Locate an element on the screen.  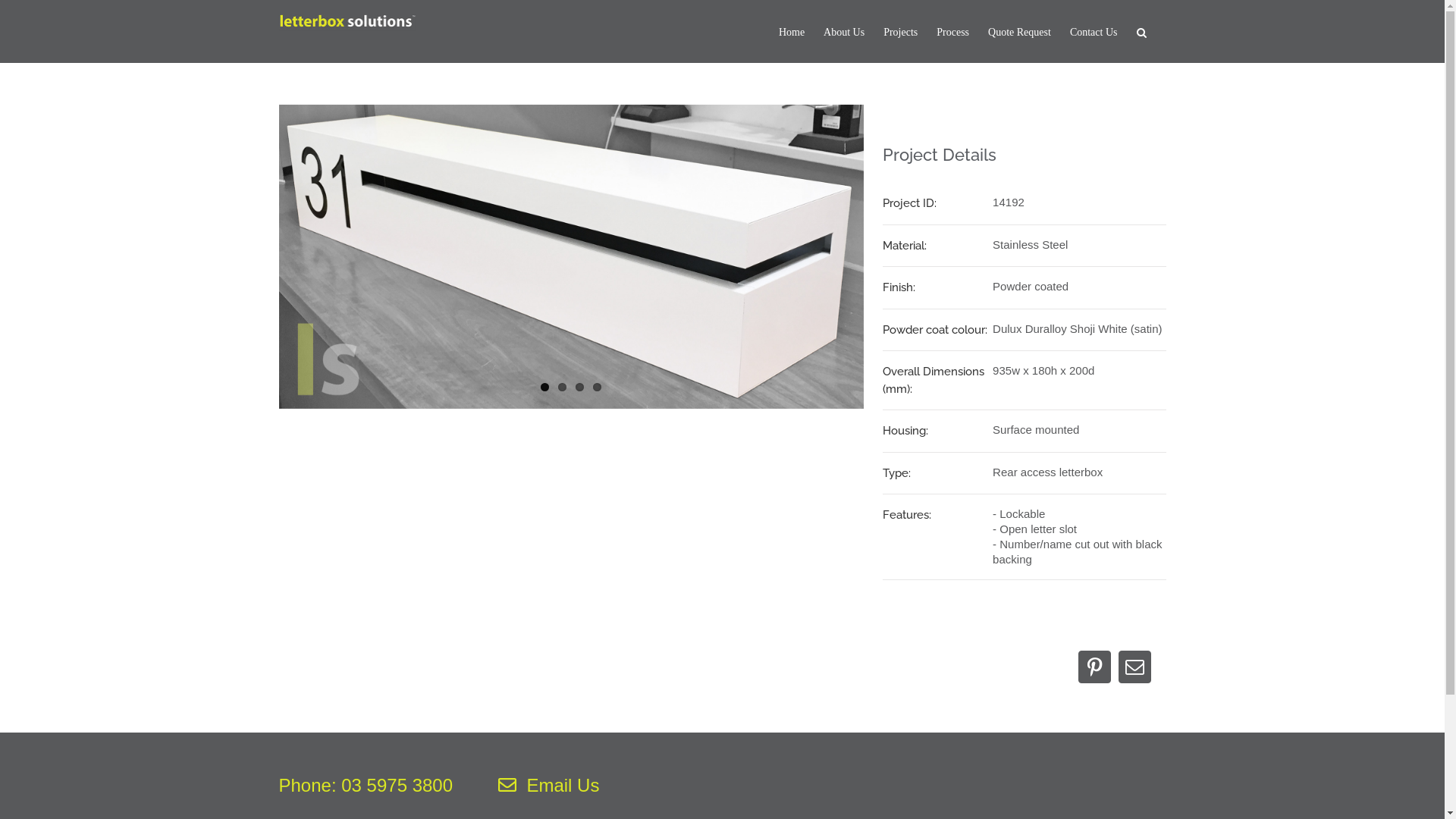
'Projects' is located at coordinates (883, 31).